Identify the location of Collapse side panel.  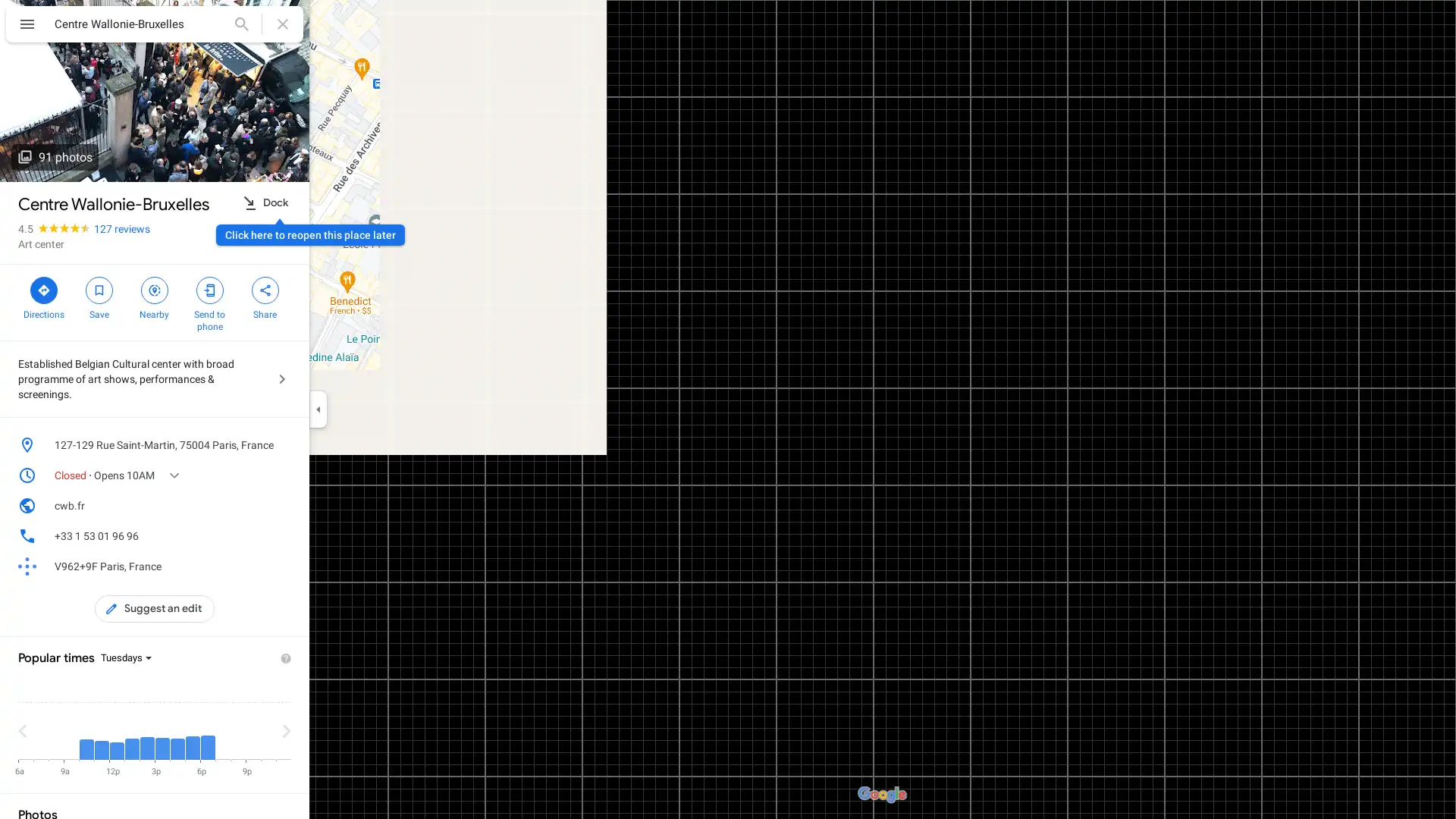
(317, 409).